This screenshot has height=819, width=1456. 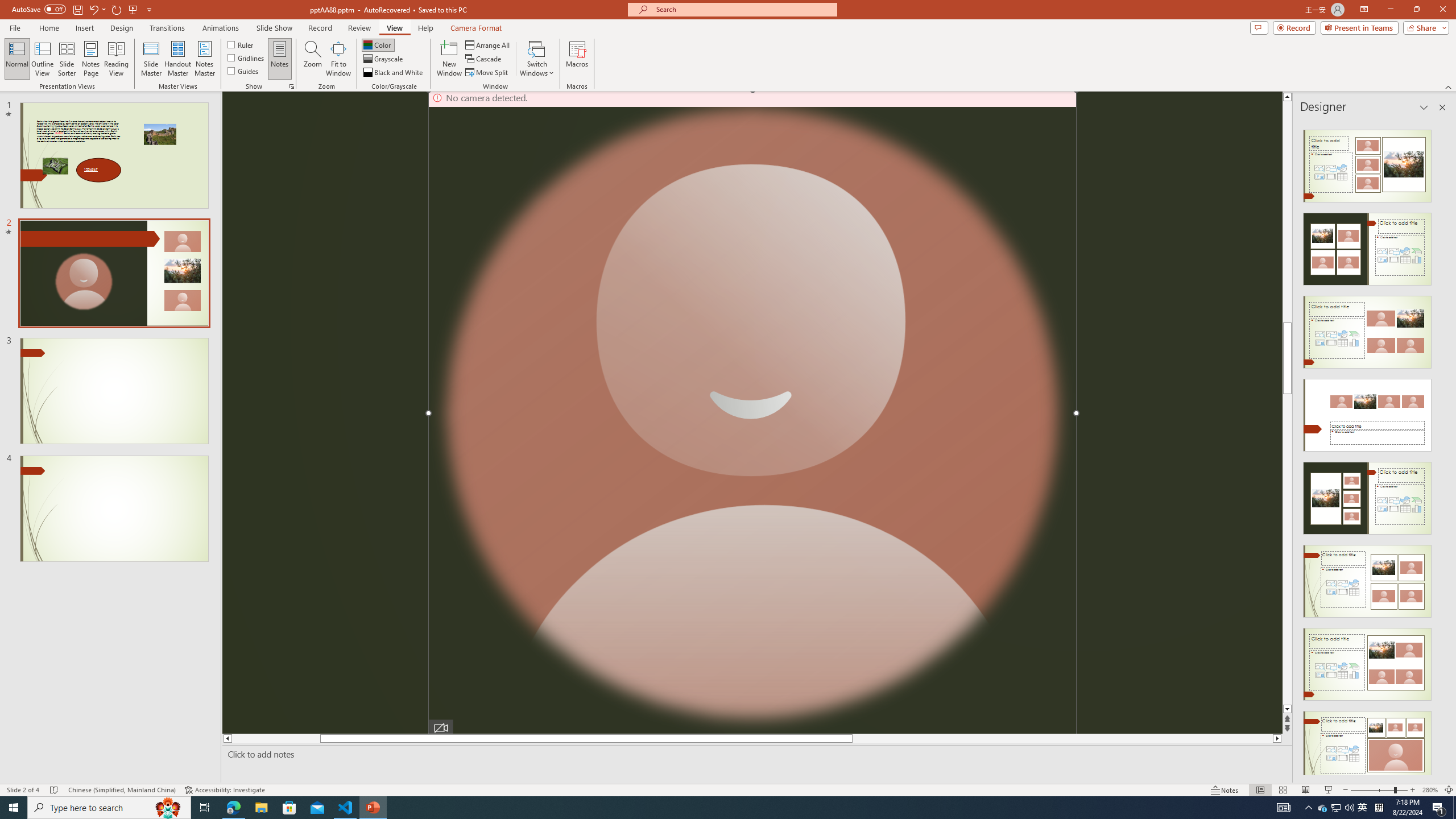 What do you see at coordinates (133, 9) in the screenshot?
I see `'From Beginning'` at bounding box center [133, 9].